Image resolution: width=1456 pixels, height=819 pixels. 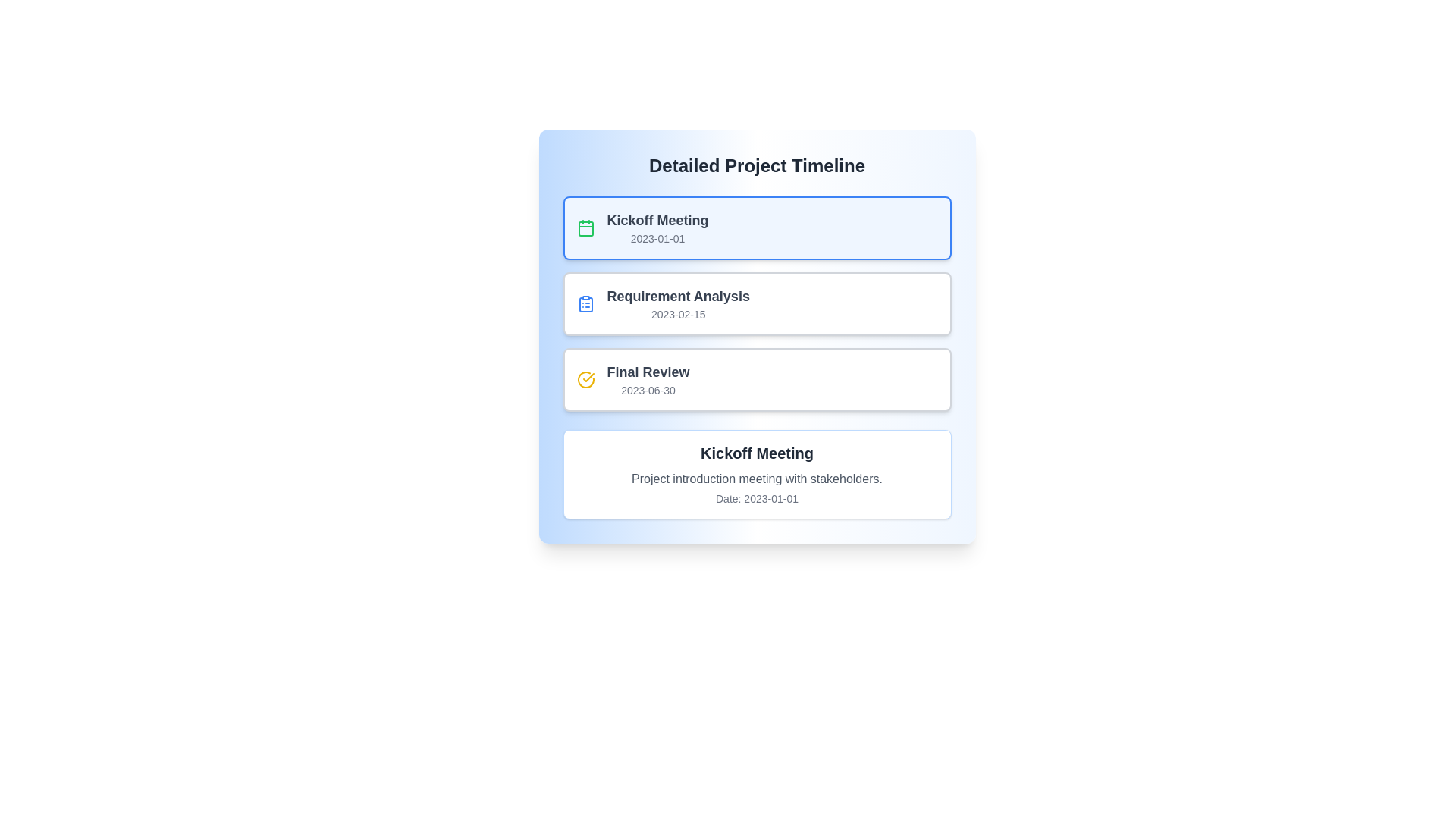 I want to click on the Text Label that serves as a title for the corresponding section of the timeline, located centrally within the third section under 'Detailed Project Timeline', so click(x=648, y=372).